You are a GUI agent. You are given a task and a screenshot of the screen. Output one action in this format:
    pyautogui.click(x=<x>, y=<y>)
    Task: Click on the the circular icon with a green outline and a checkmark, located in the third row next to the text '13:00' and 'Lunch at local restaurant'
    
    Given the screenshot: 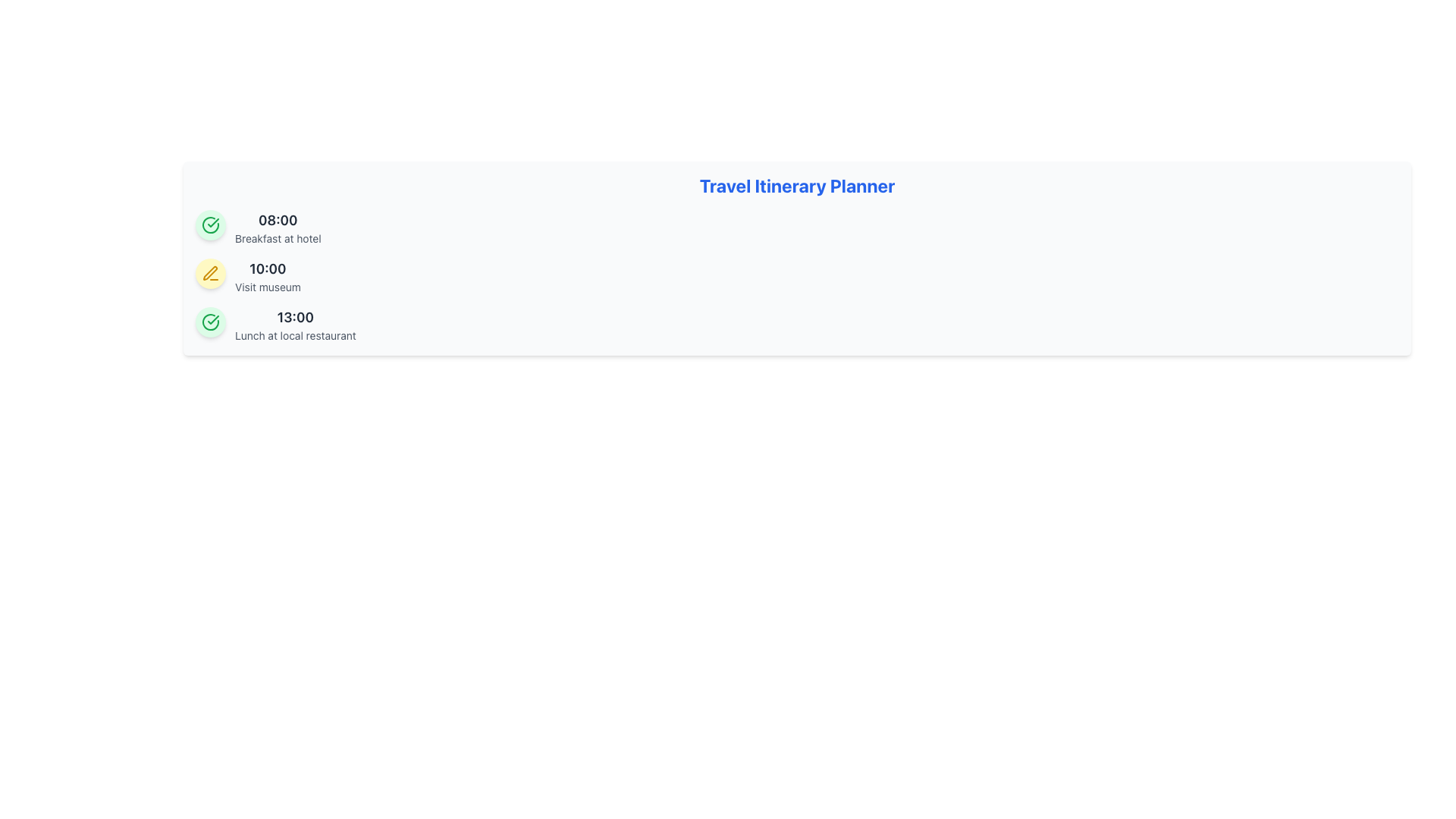 What is the action you would take?
    pyautogui.click(x=210, y=225)
    